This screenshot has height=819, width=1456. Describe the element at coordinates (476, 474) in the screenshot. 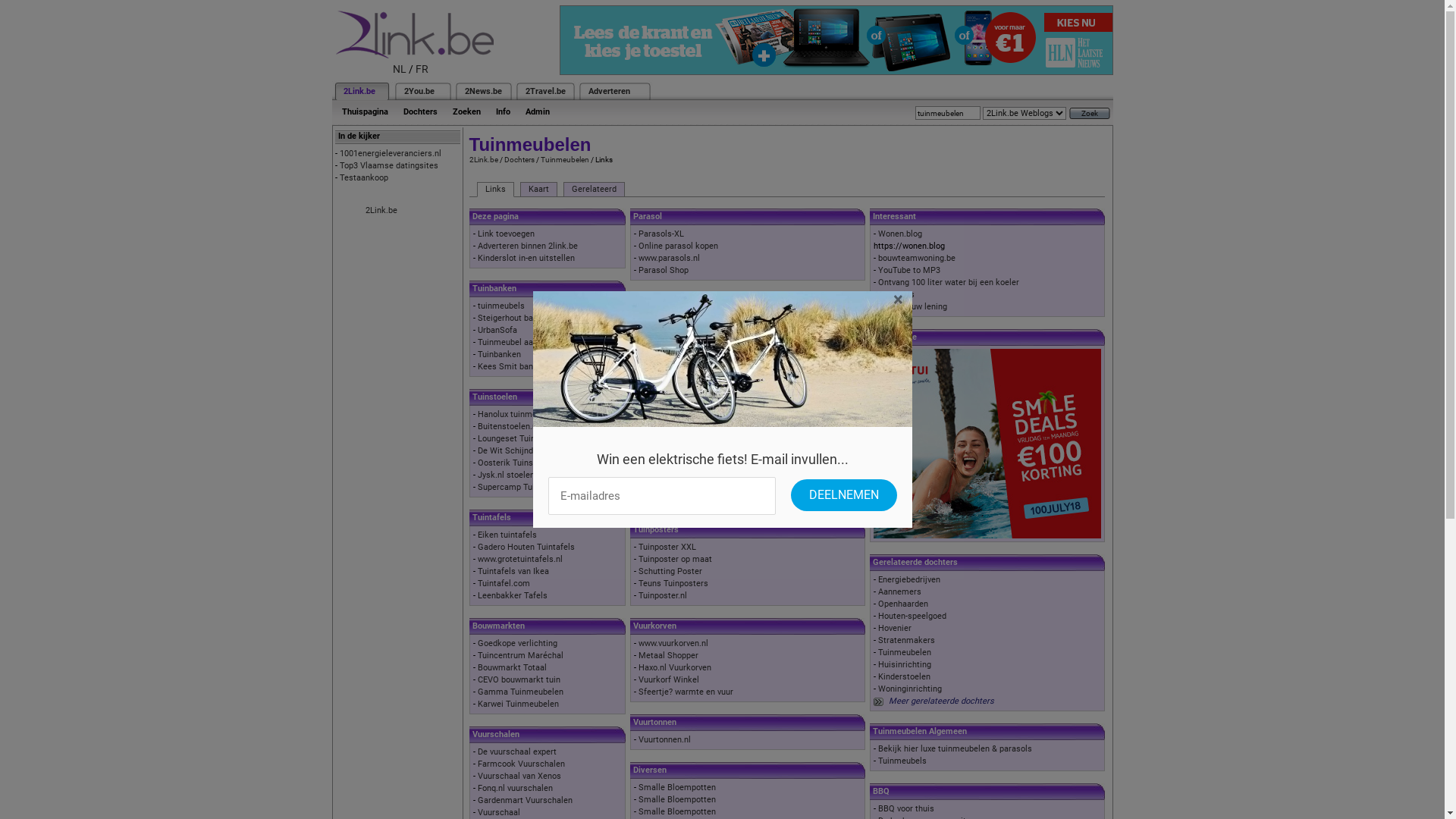

I see `'Jysk.nl stoelen voor de tuin'` at that location.